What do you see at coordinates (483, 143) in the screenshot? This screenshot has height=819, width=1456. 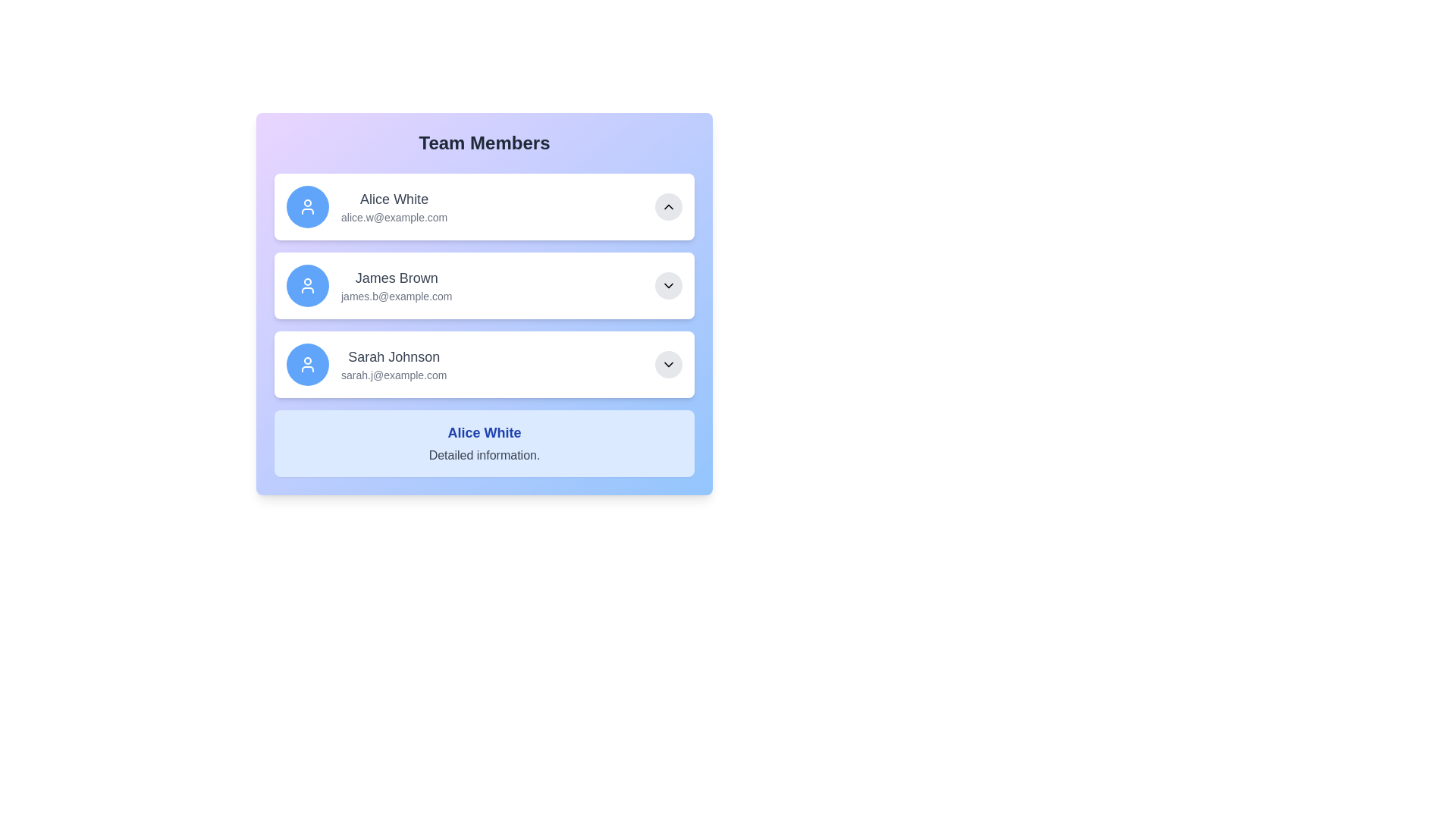 I see `the static text label reading 'Team Members', which is styled in a large, bold font and positioned at the top of a card layout` at bounding box center [483, 143].